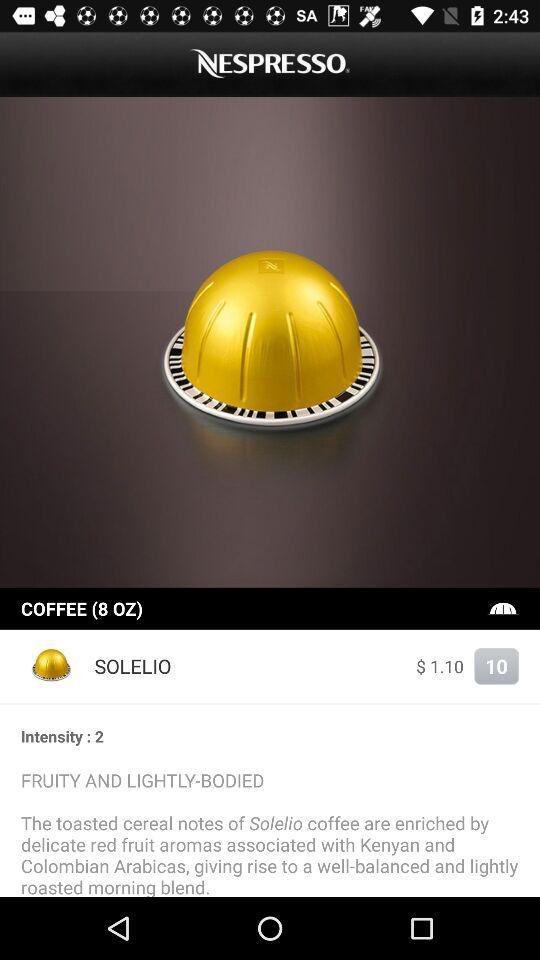  I want to click on the icon to the right of coffee (8 oz) icon, so click(502, 607).